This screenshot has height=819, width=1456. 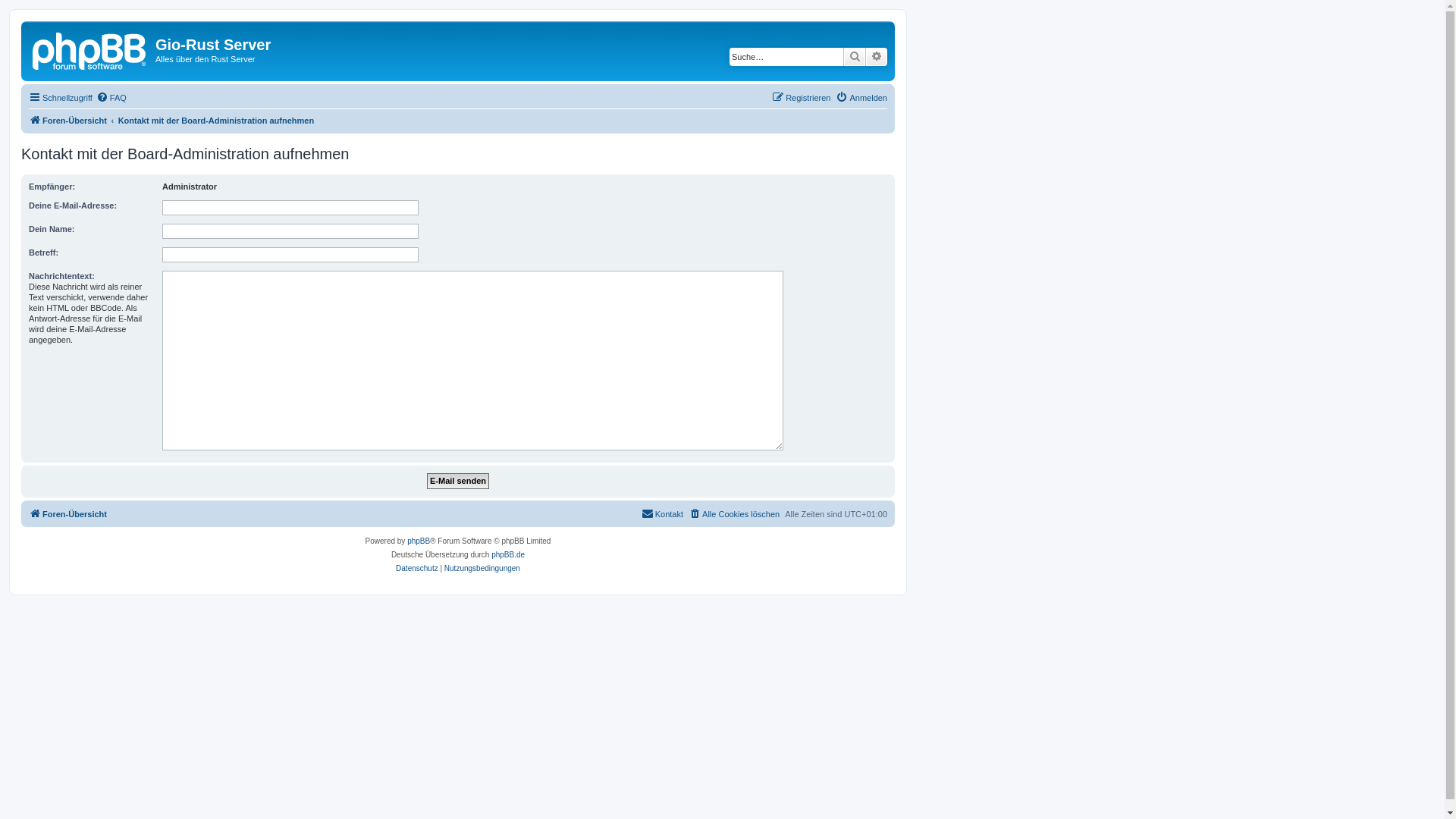 I want to click on 'FAQ', so click(x=111, y=97).